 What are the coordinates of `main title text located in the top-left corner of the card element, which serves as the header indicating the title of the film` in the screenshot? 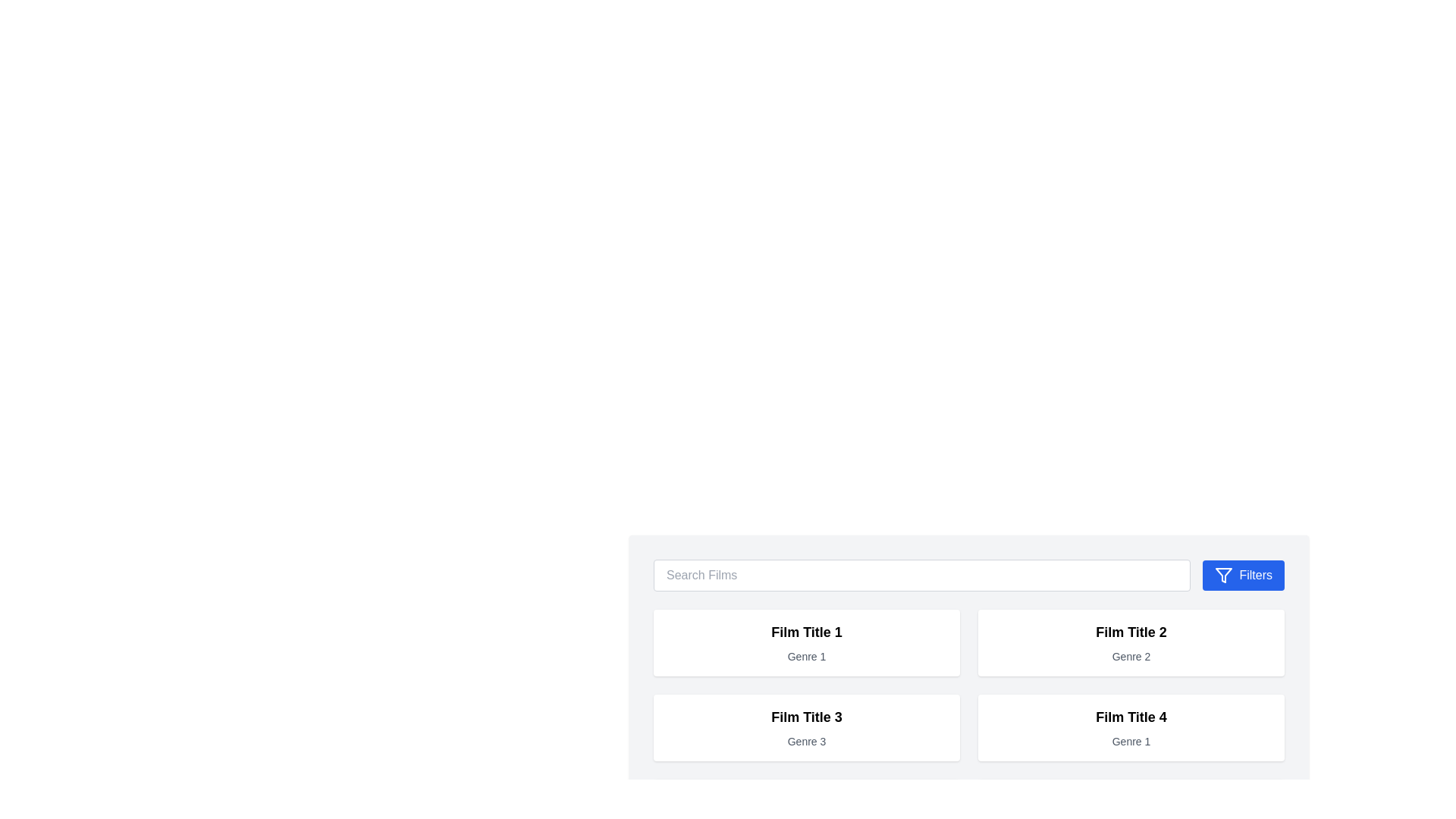 It's located at (806, 632).